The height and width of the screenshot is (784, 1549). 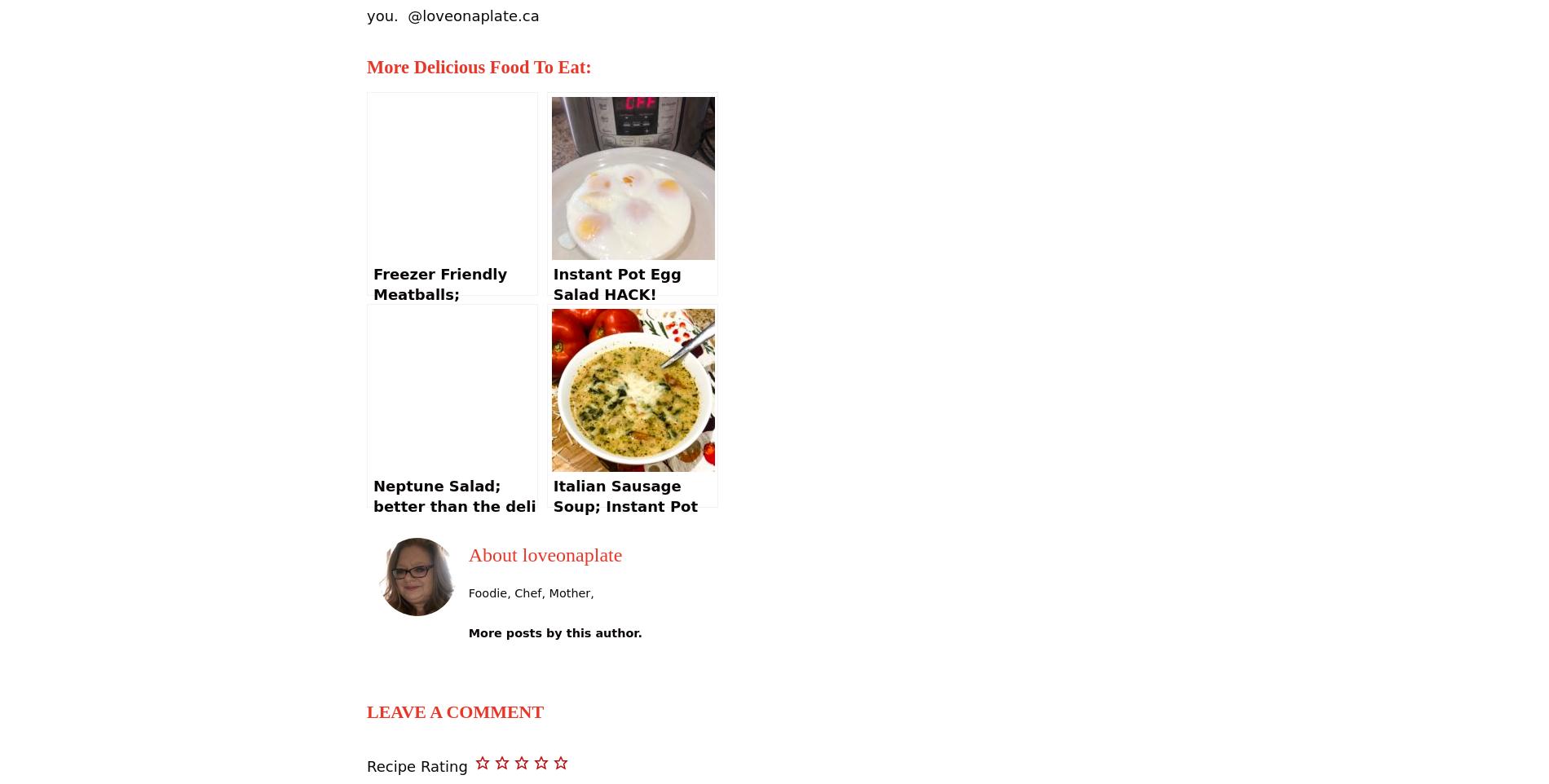 What do you see at coordinates (616, 283) in the screenshot?
I see `'Instant Pot Egg Salad HACK!'` at bounding box center [616, 283].